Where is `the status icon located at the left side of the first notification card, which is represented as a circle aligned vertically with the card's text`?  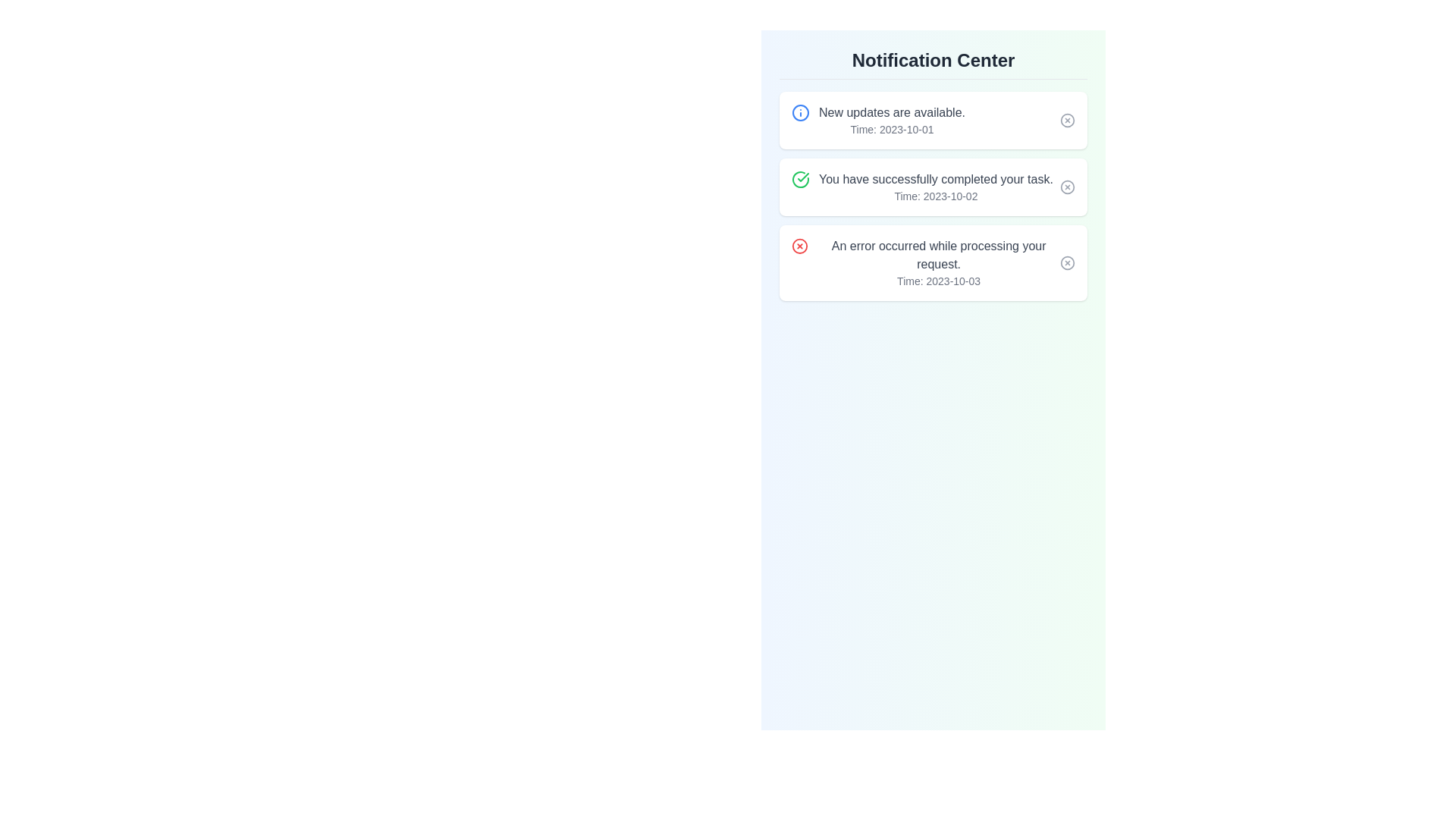 the status icon located at the left side of the first notification card, which is represented as a circle aligned vertically with the card's text is located at coordinates (800, 112).